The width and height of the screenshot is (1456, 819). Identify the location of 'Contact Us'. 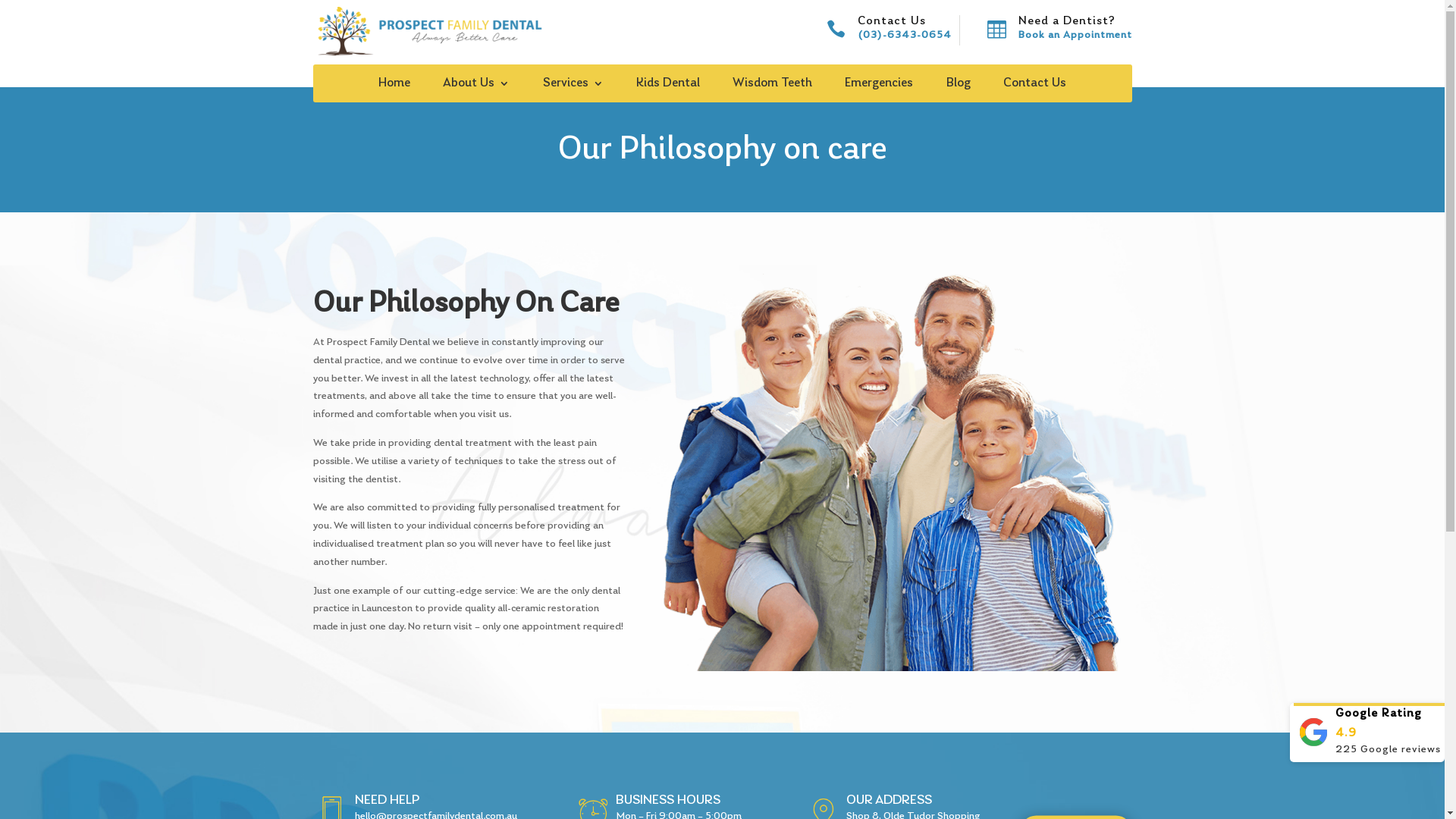
(1034, 86).